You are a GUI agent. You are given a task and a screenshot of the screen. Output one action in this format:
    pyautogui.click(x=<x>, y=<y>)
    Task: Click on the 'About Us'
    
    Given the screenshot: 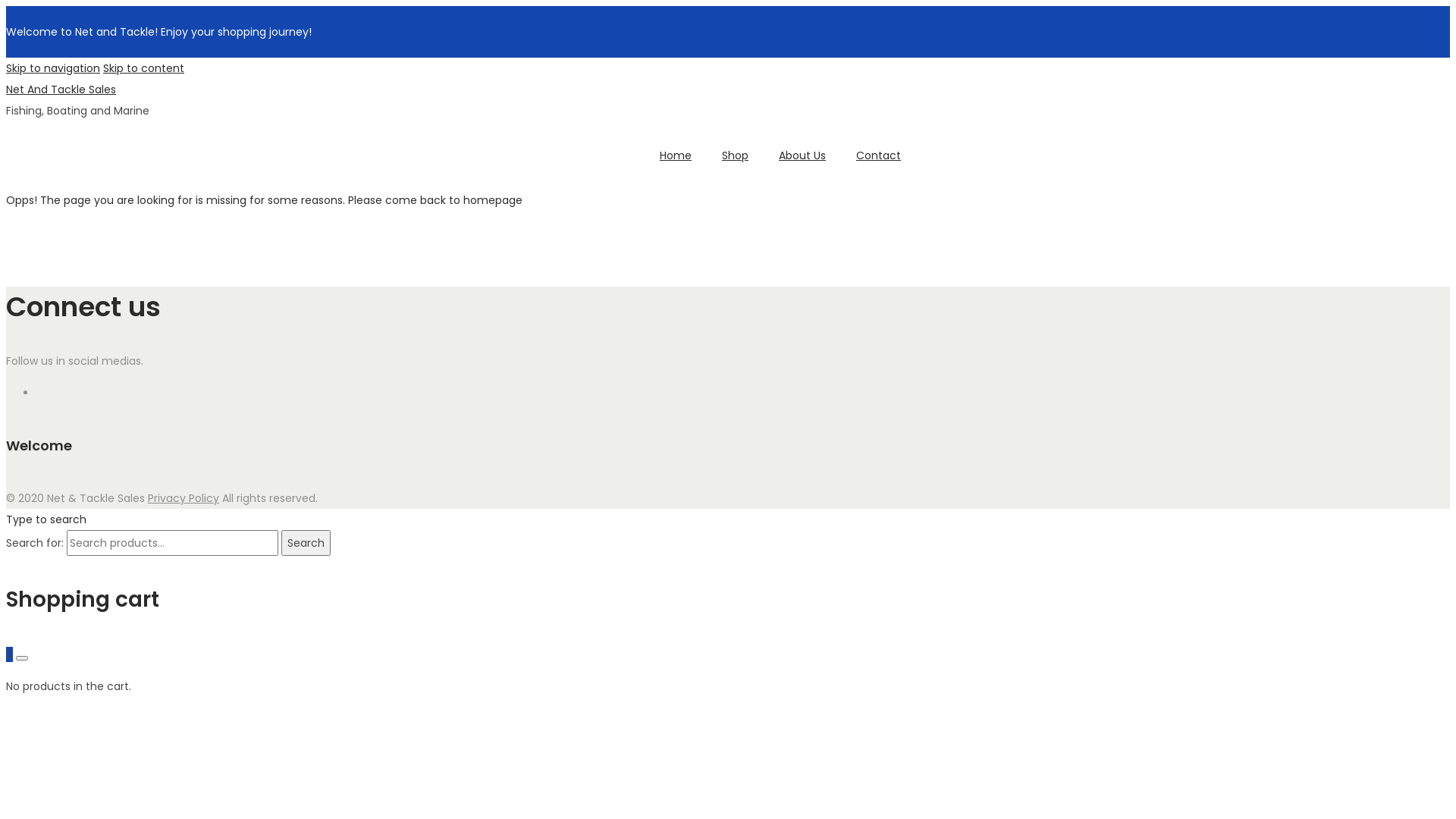 What is the action you would take?
    pyautogui.click(x=801, y=155)
    